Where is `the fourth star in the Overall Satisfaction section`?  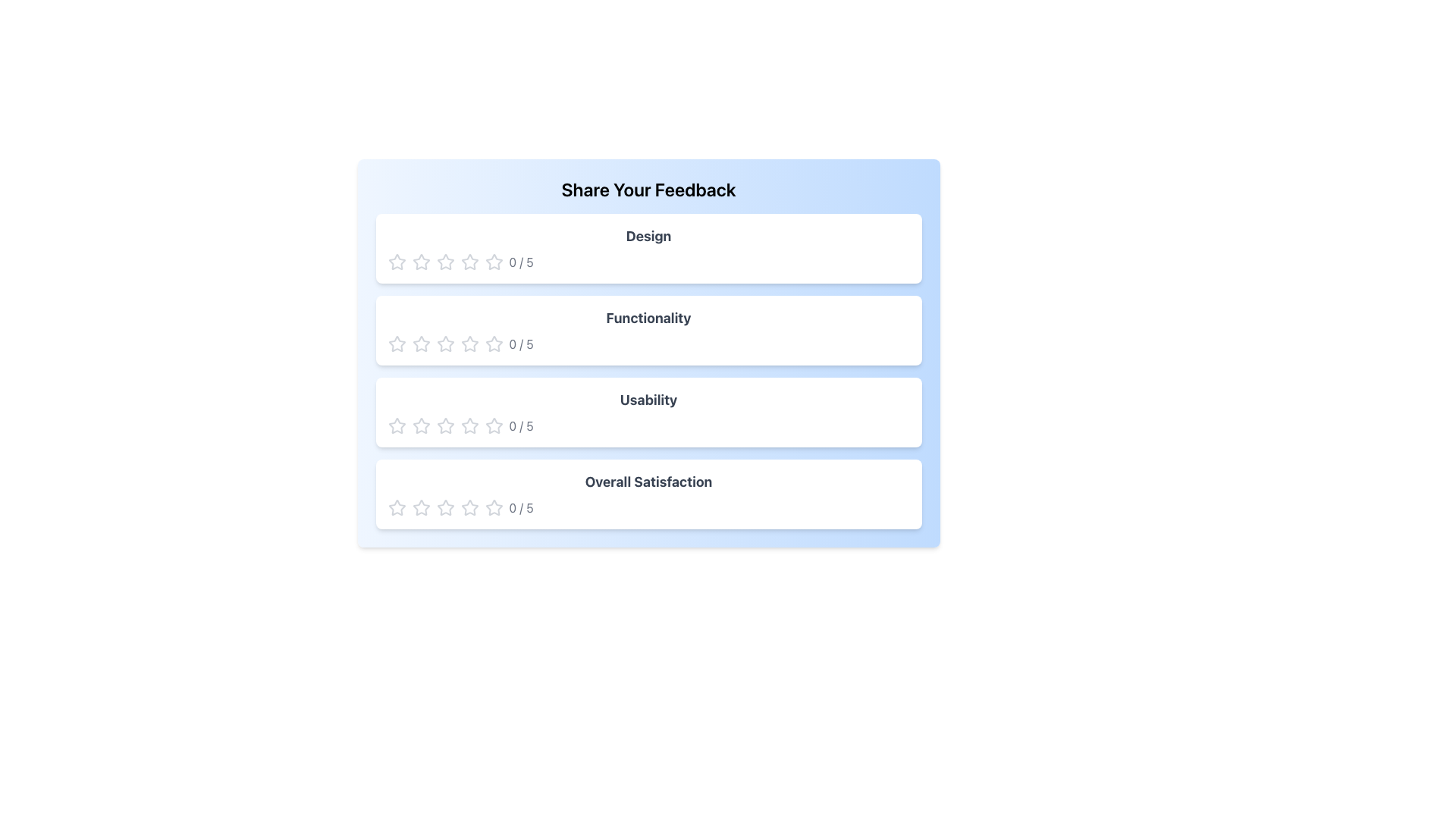
the fourth star in the Overall Satisfaction section is located at coordinates (469, 508).